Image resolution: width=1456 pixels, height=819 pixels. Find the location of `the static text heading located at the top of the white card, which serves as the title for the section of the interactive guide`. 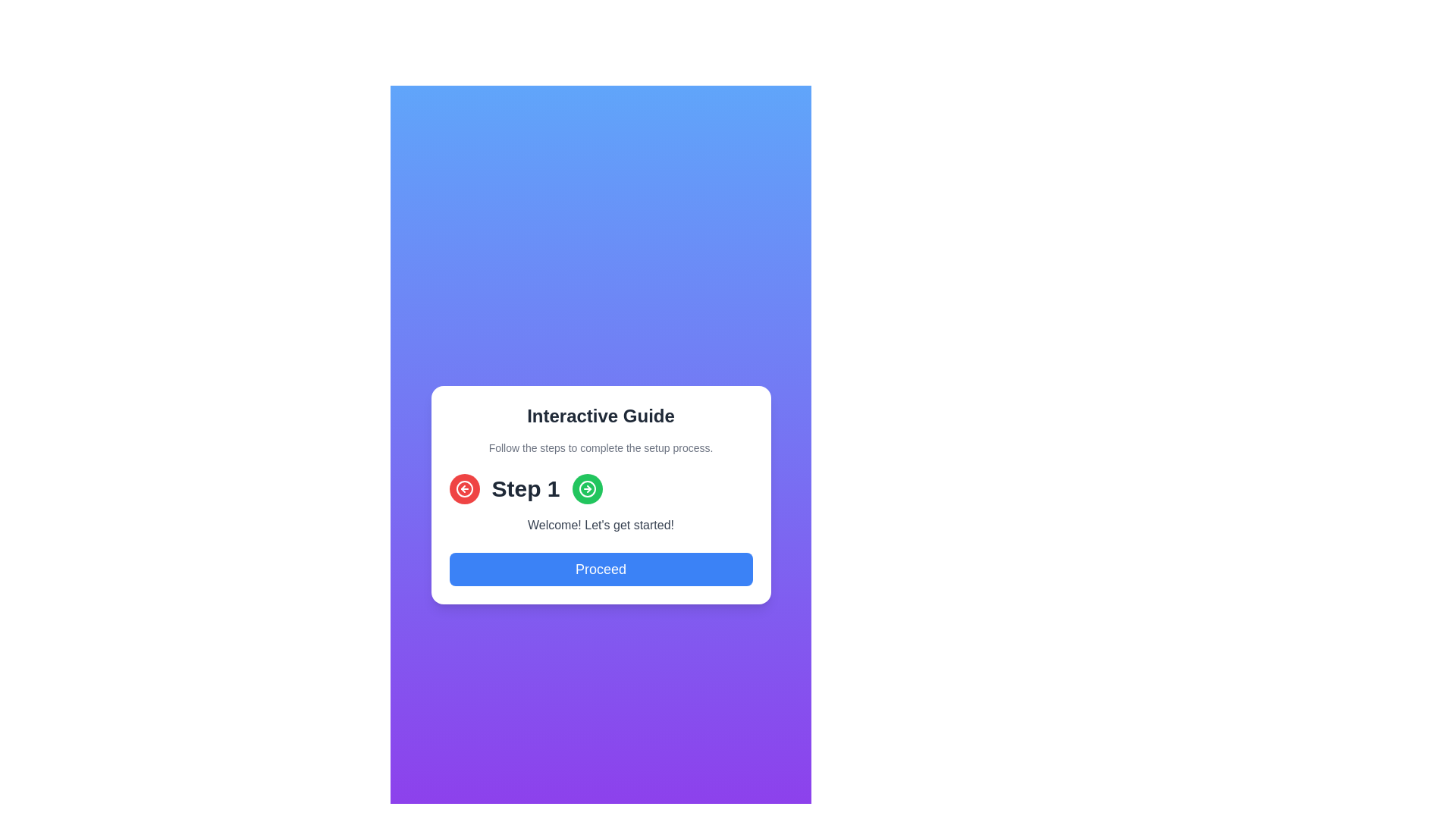

the static text heading located at the top of the white card, which serves as the title for the section of the interactive guide is located at coordinates (600, 416).